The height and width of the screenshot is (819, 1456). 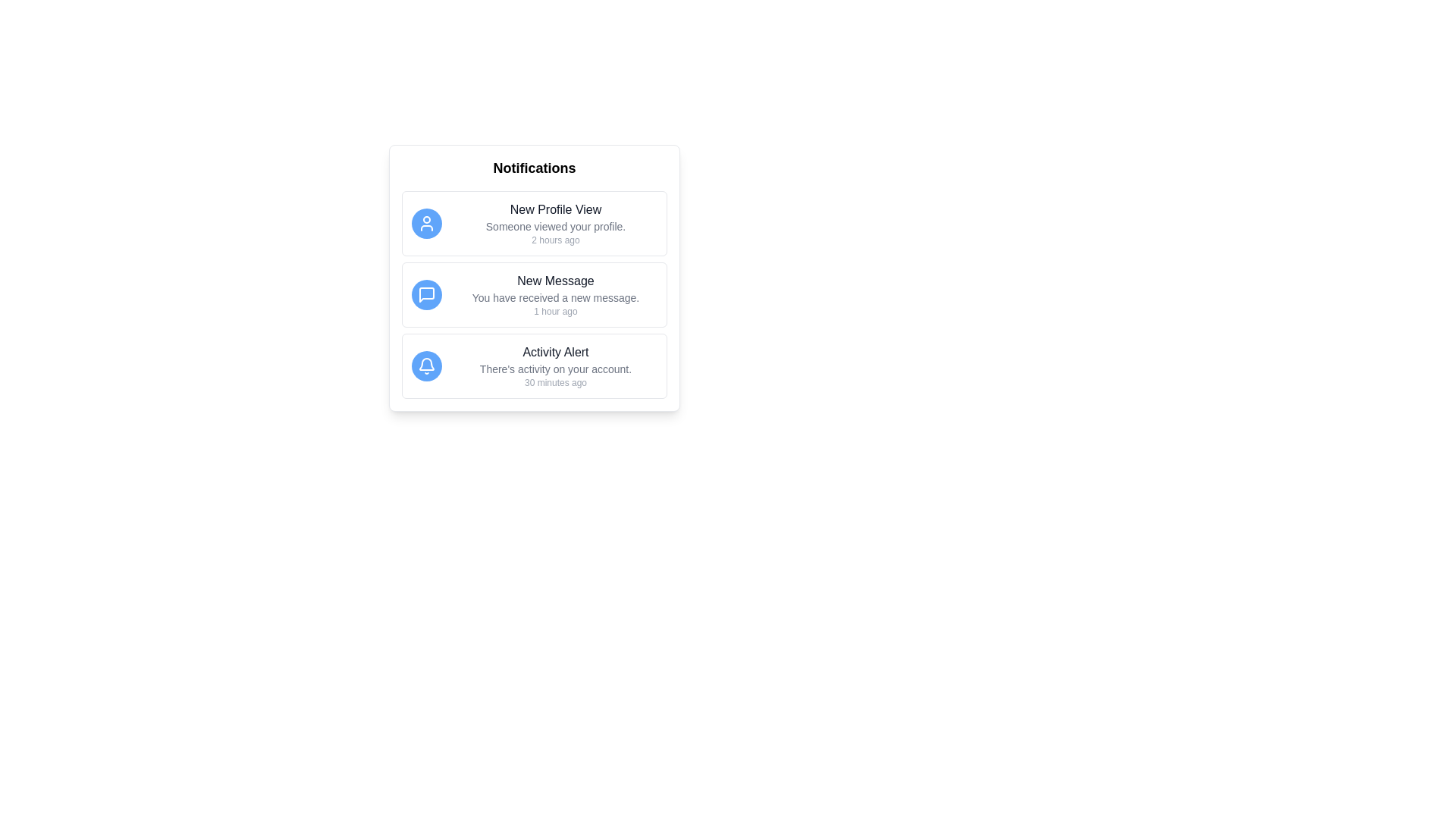 What do you see at coordinates (425, 295) in the screenshot?
I see `the decorative messaging icon located within the 'New Message' notification's second item, positioned to the left of the notification title` at bounding box center [425, 295].